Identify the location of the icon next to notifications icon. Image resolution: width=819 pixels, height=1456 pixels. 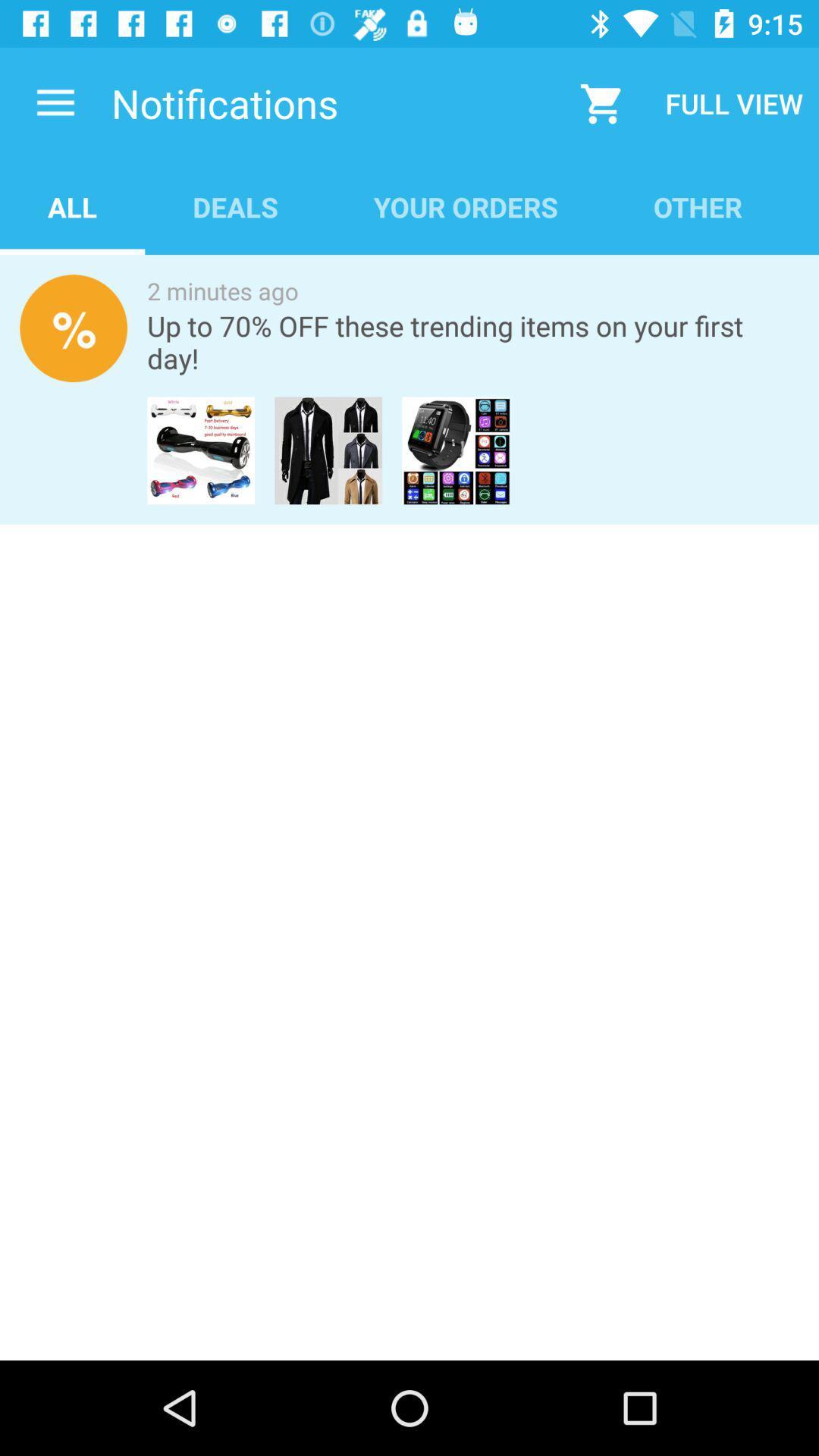
(55, 102).